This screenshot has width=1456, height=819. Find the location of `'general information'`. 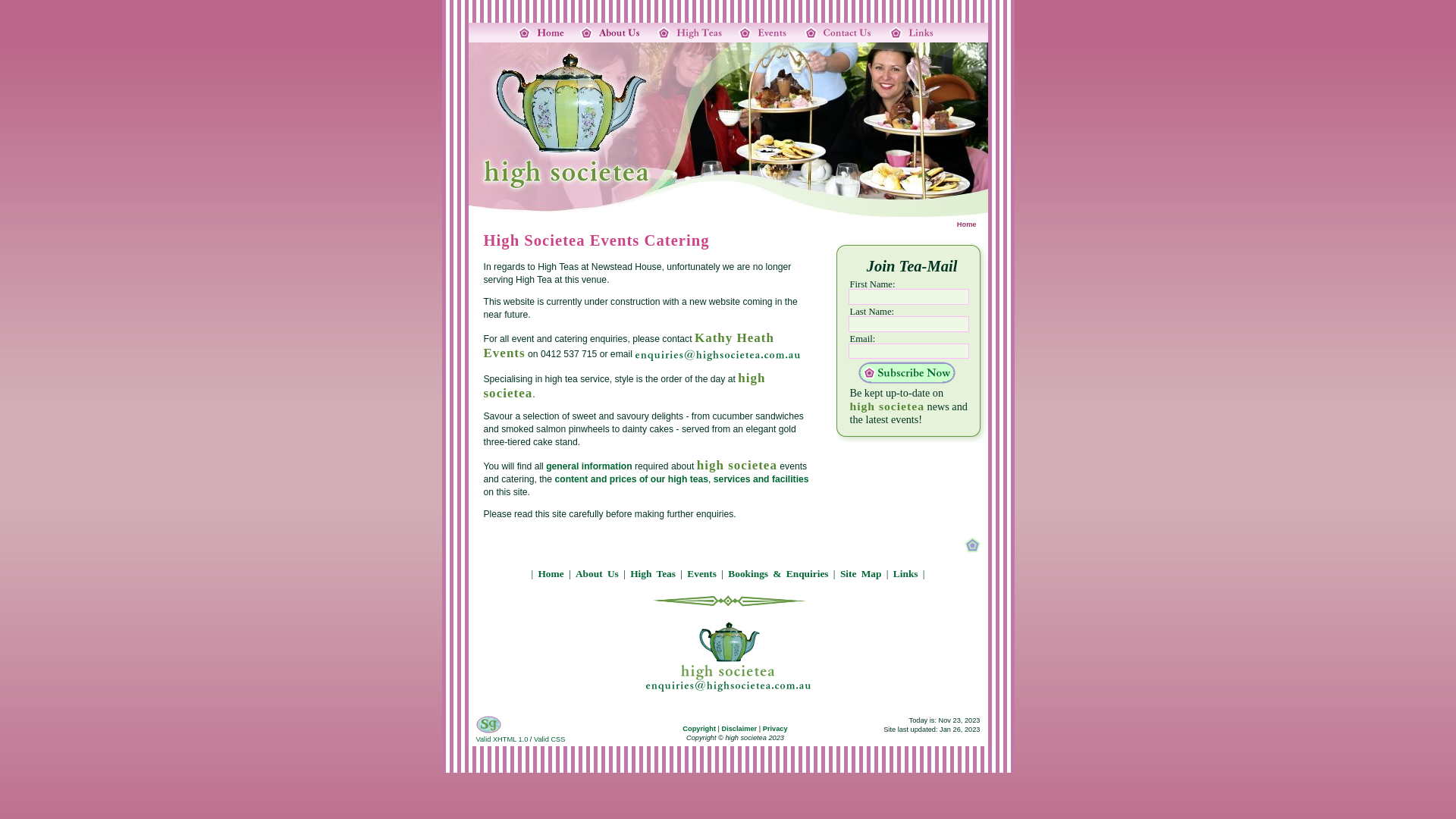

'general information' is located at coordinates (588, 465).